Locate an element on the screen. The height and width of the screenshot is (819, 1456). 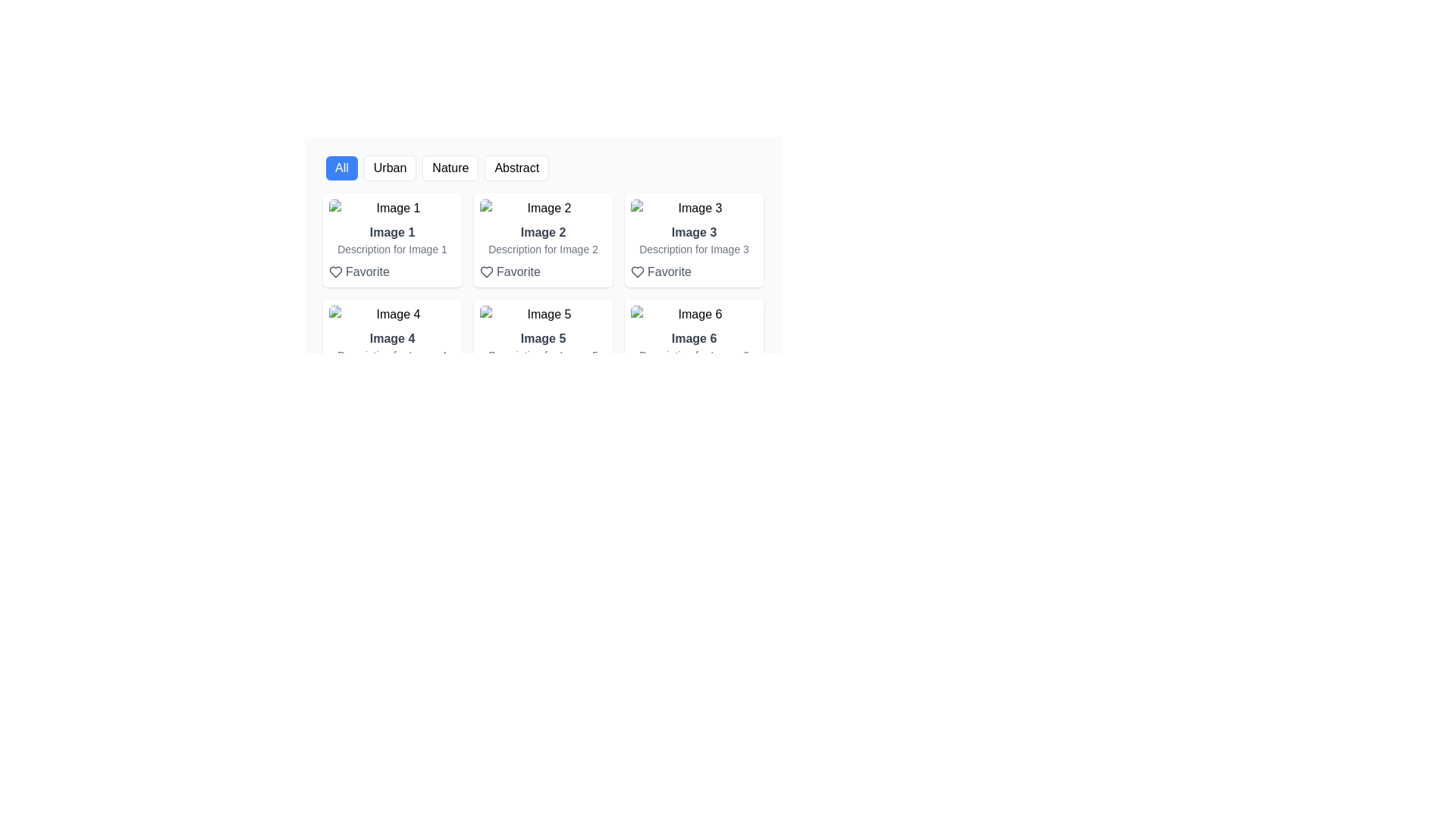
the text label that reads 'Description for Image 5', which is positioned below the 'Image 5' title label is located at coordinates (543, 356).